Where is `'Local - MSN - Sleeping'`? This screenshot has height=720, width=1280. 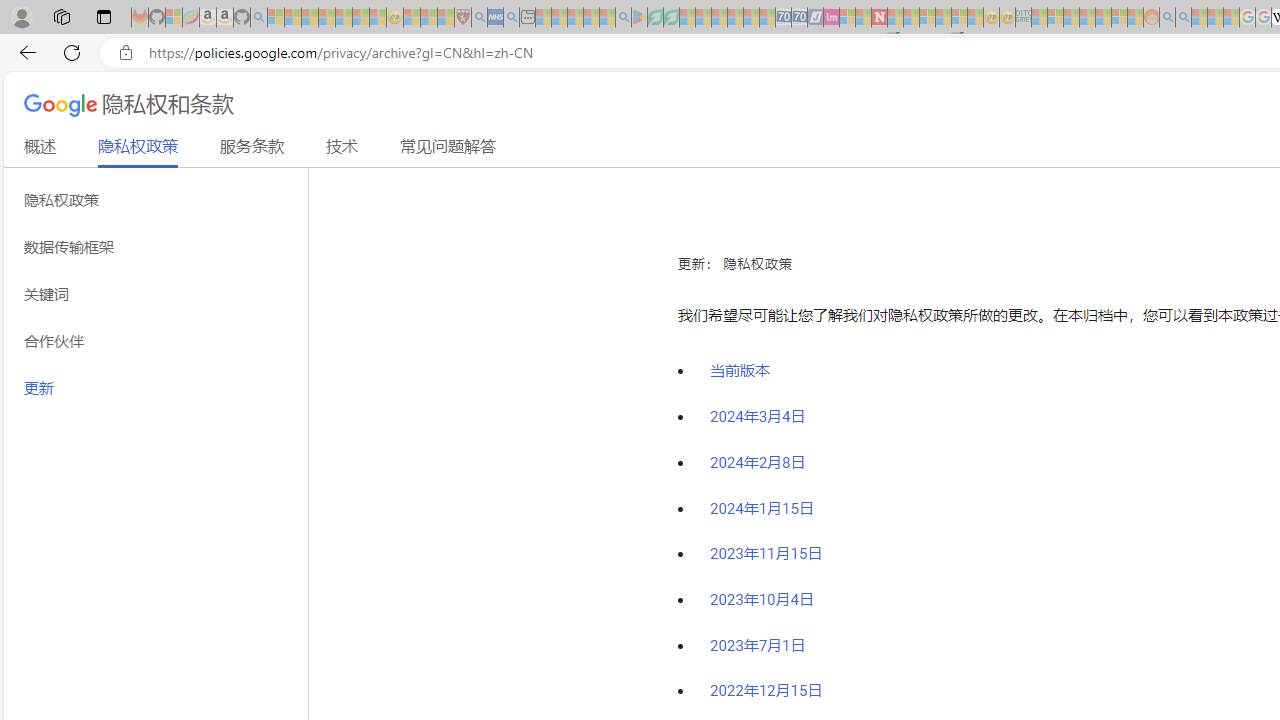 'Local - MSN - Sleeping' is located at coordinates (445, 17).